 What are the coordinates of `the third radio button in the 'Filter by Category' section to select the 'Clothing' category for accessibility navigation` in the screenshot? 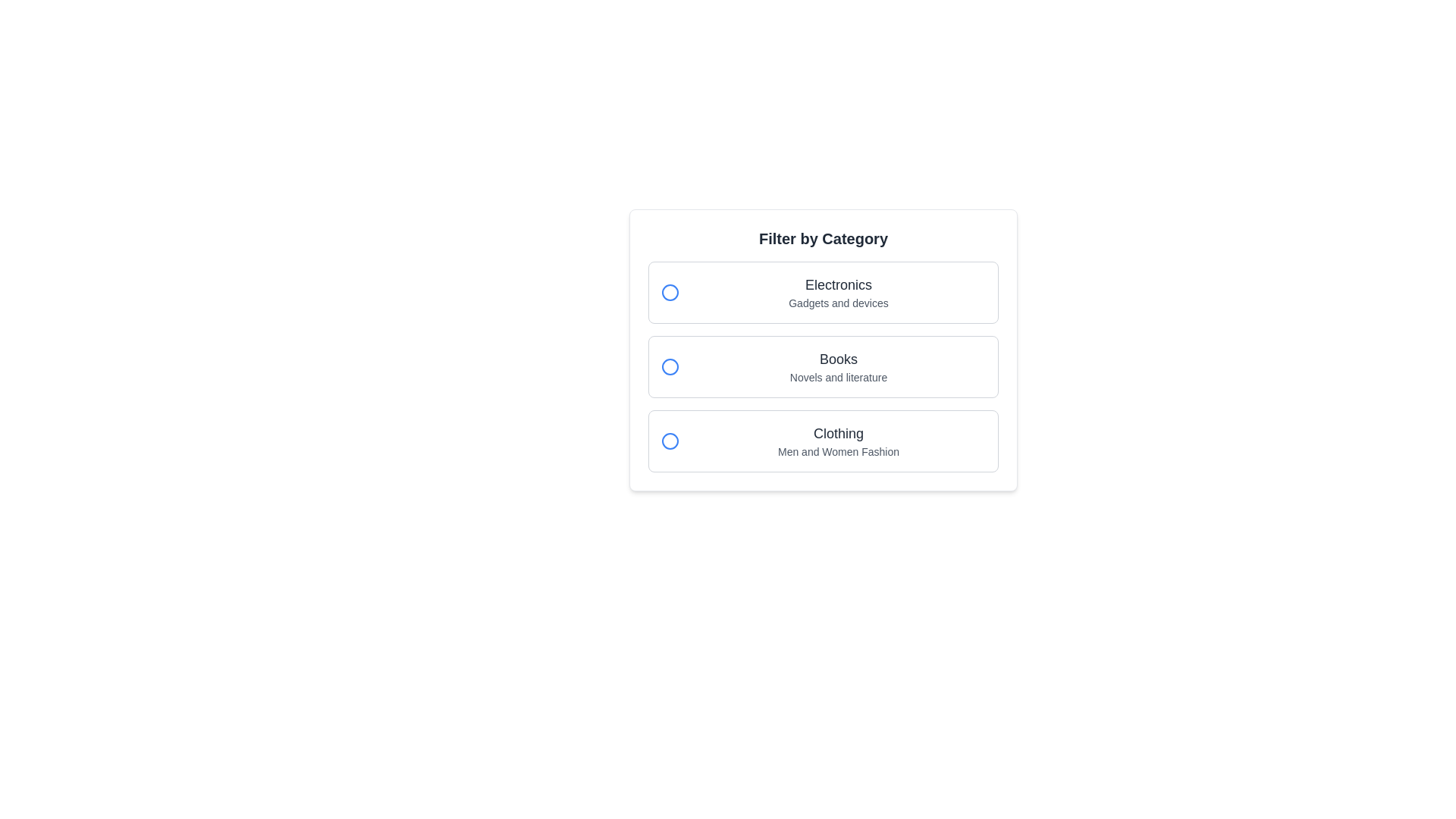 It's located at (822, 441).